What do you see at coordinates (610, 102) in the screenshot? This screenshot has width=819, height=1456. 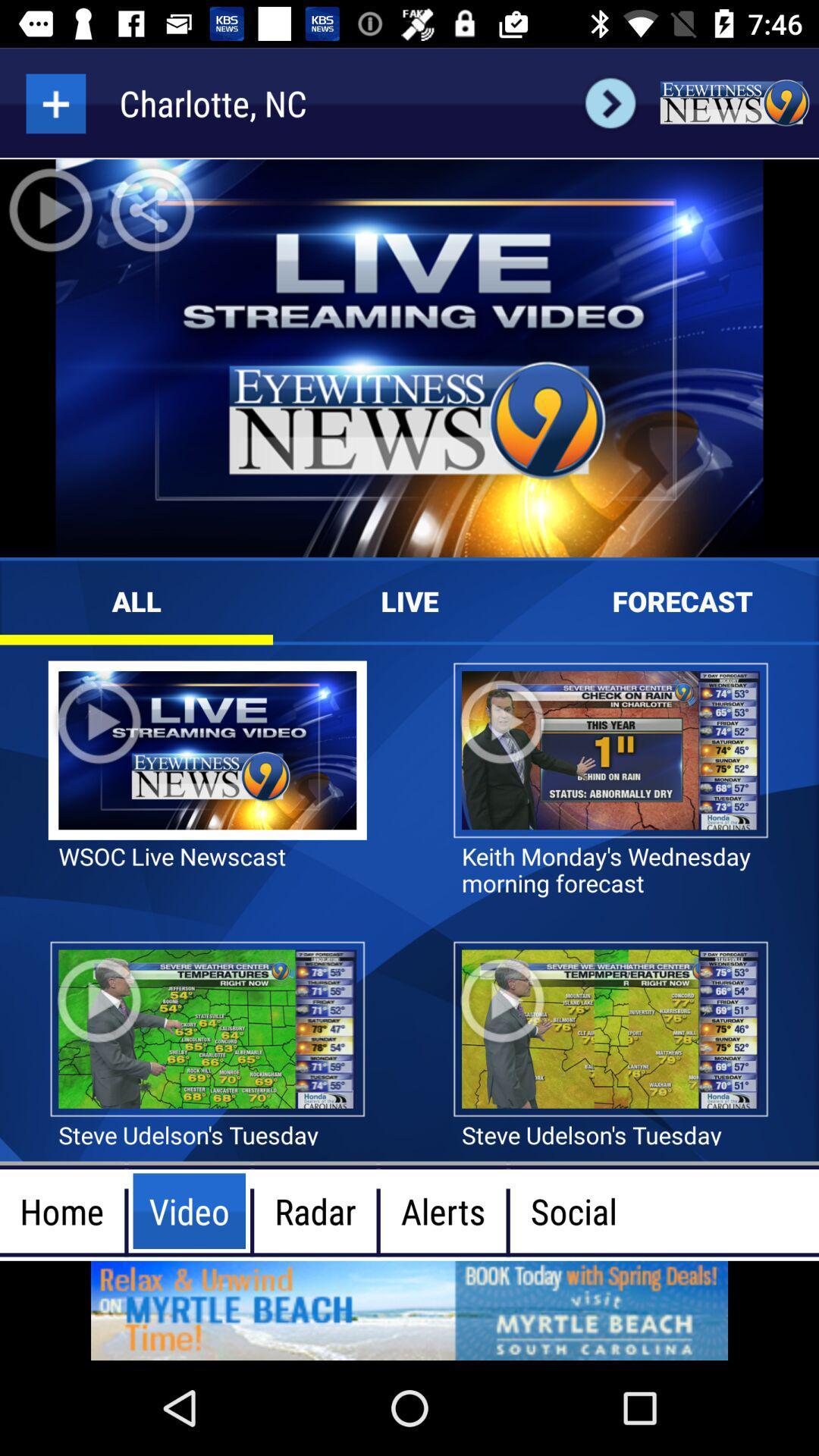 I see `next the page` at bounding box center [610, 102].